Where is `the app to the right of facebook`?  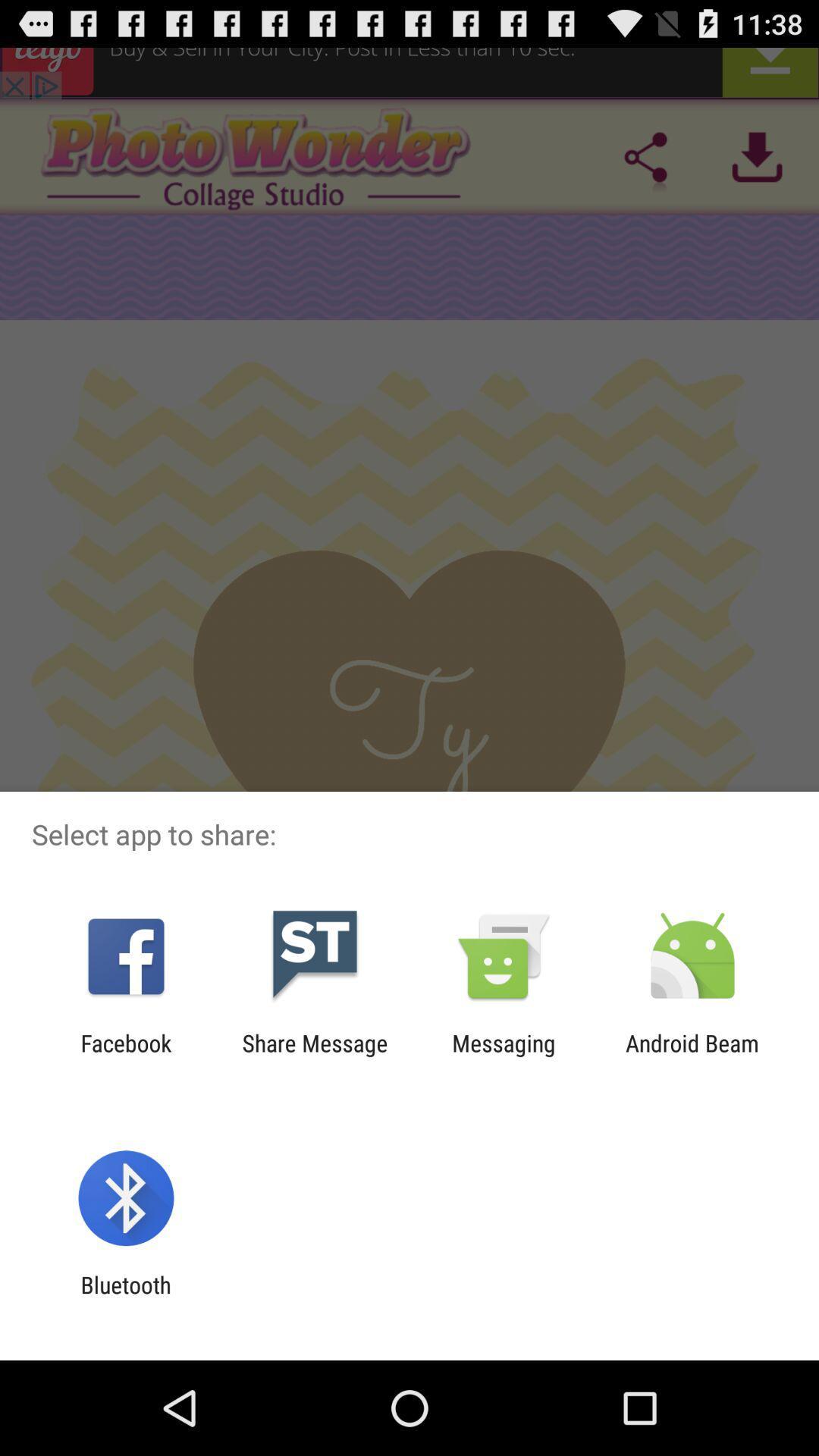 the app to the right of facebook is located at coordinates (314, 1056).